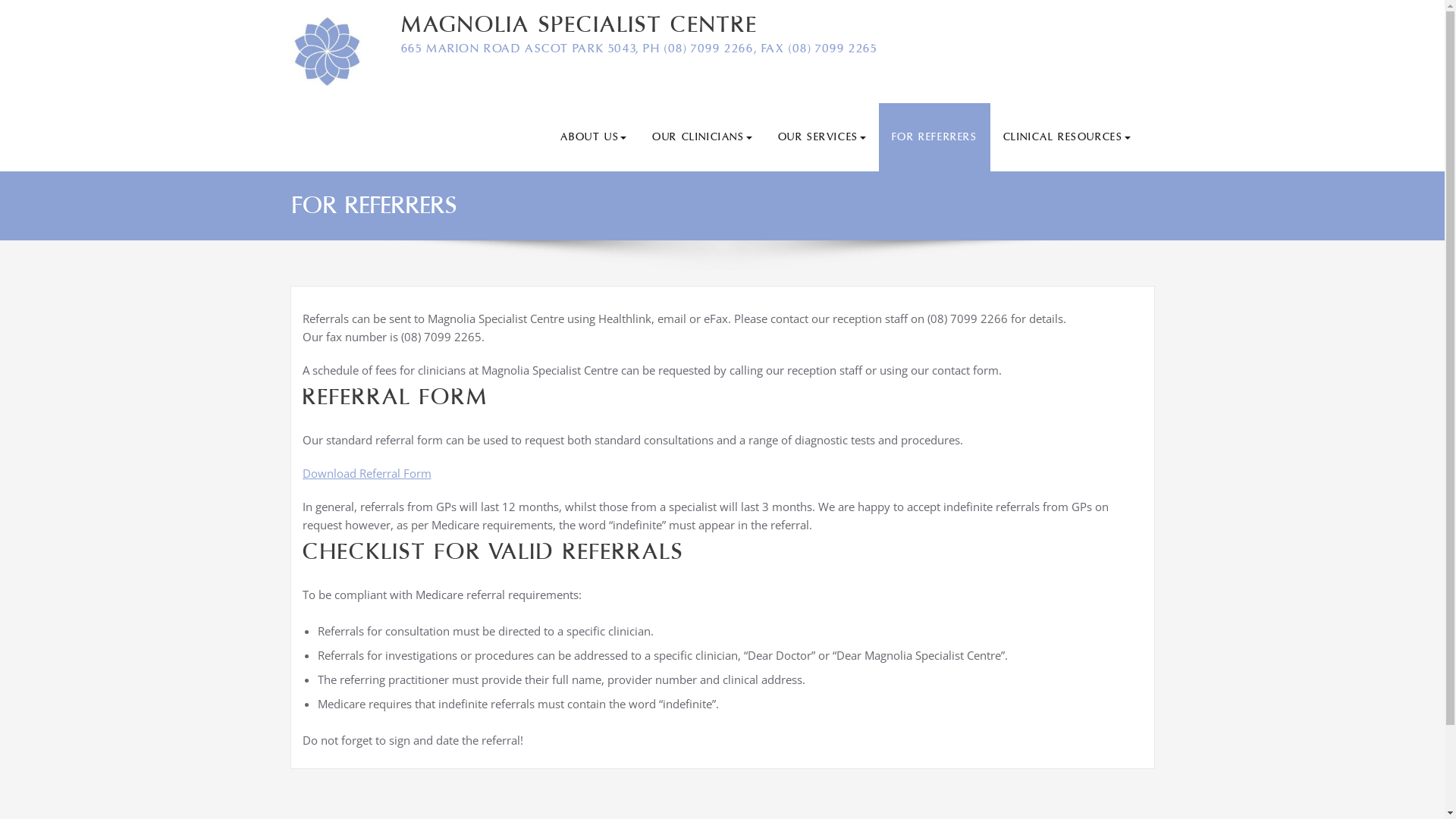 The height and width of the screenshot is (819, 1456). Describe the element at coordinates (366, 472) in the screenshot. I see `'Download Referral Form'` at that location.